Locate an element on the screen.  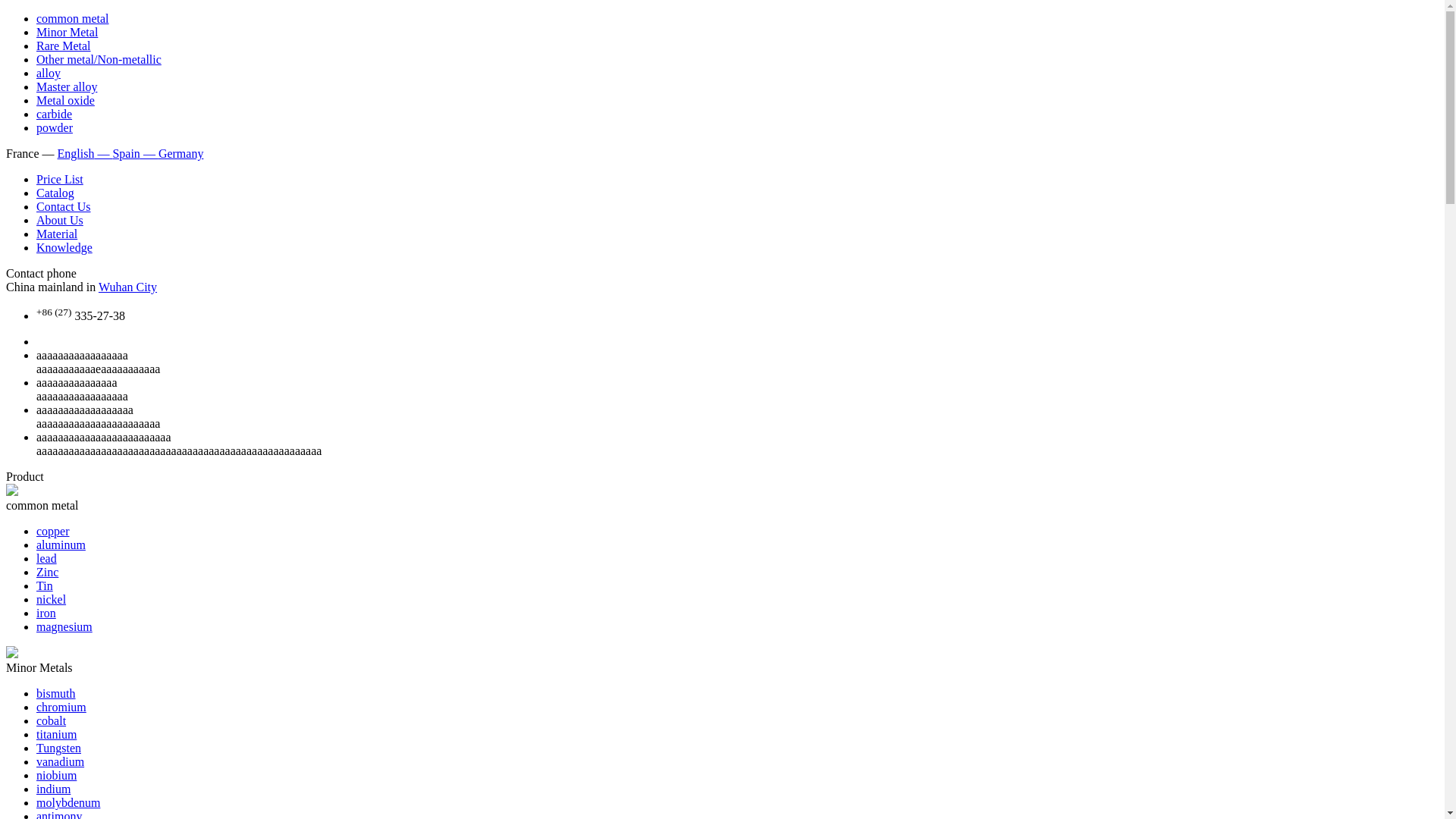
'Rare Metal' is located at coordinates (36, 45).